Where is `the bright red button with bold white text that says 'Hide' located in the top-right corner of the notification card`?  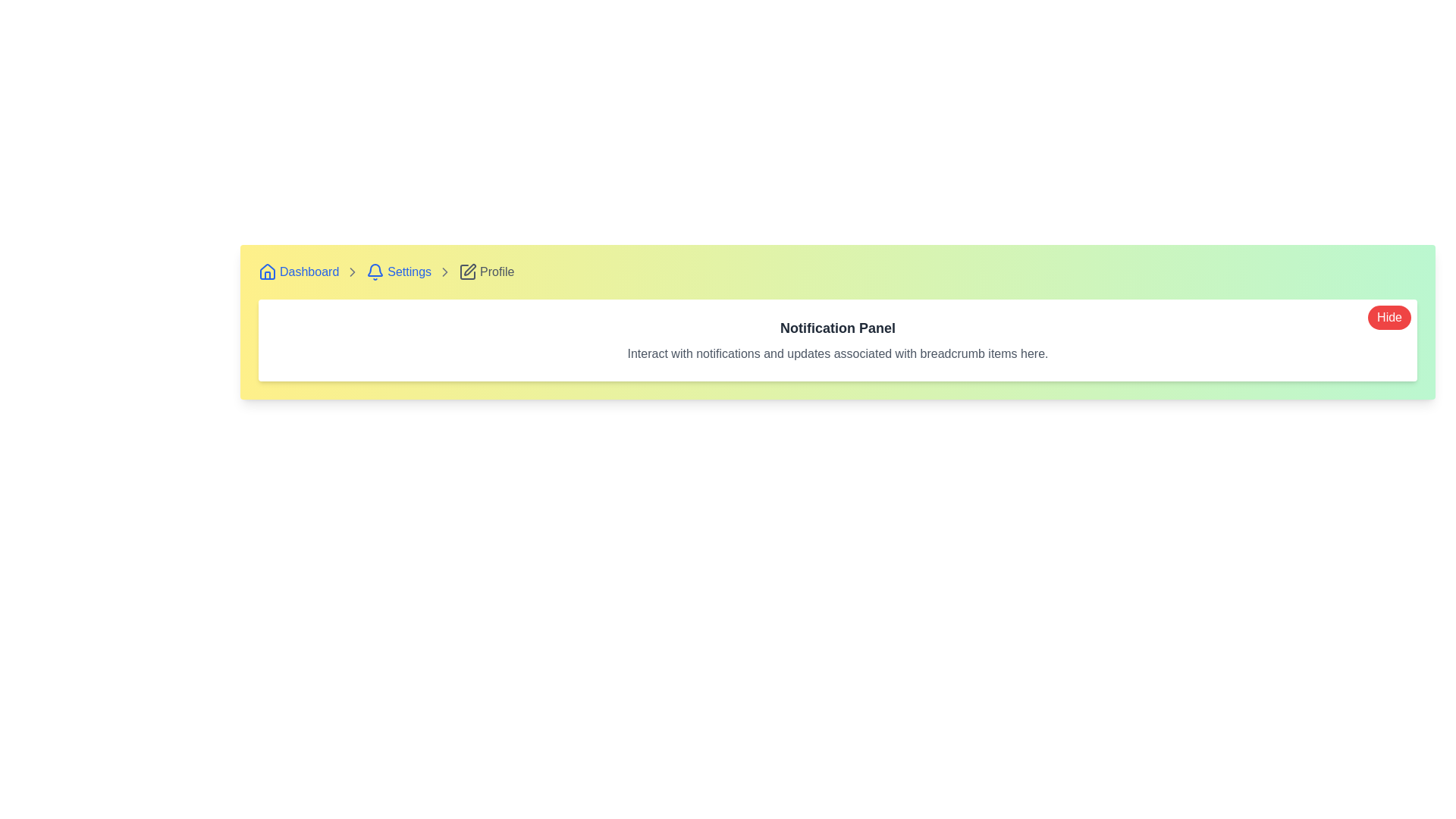
the bright red button with bold white text that says 'Hide' located in the top-right corner of the notification card is located at coordinates (1389, 317).